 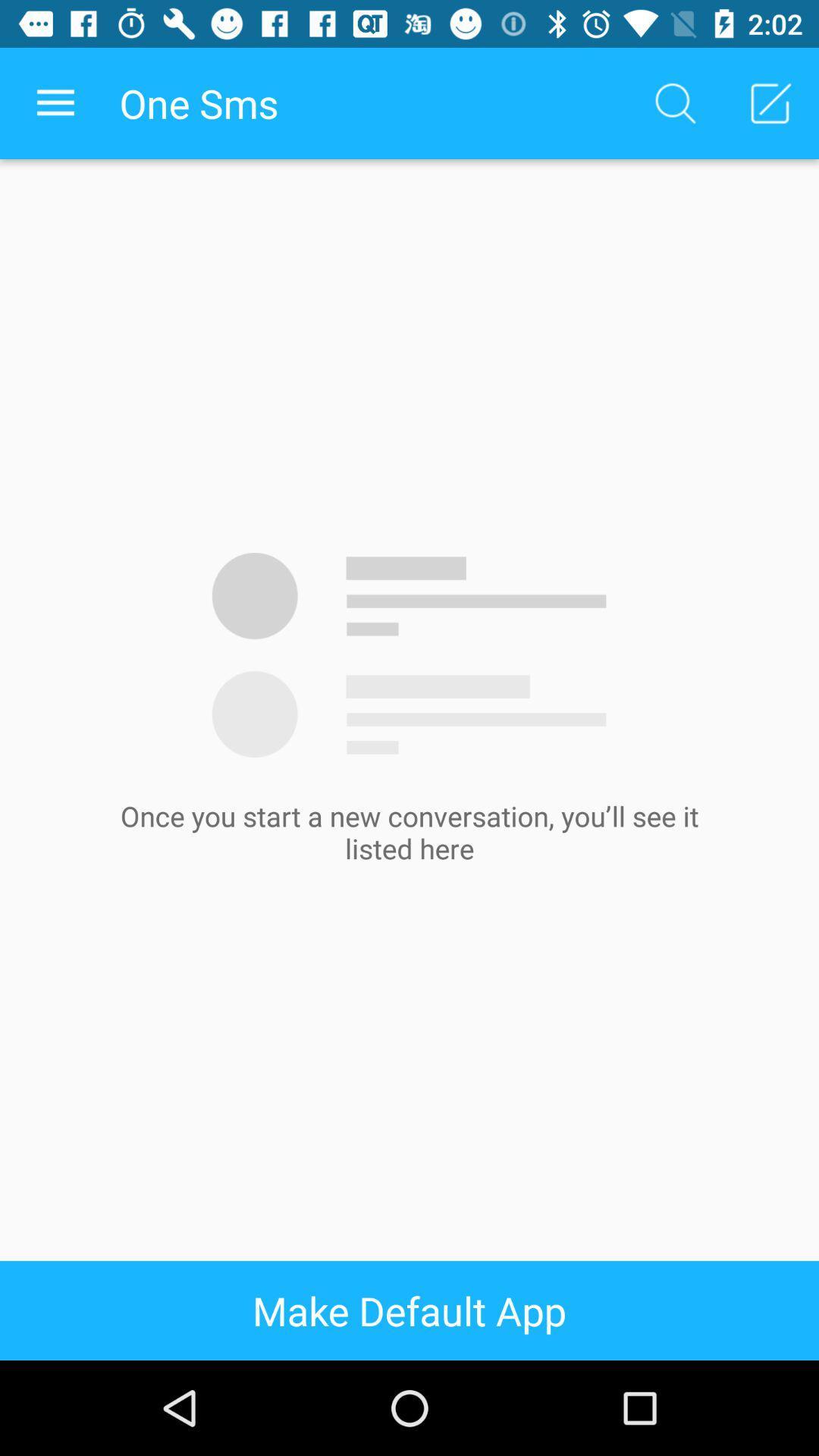 I want to click on app next to one sms item, so click(x=55, y=102).